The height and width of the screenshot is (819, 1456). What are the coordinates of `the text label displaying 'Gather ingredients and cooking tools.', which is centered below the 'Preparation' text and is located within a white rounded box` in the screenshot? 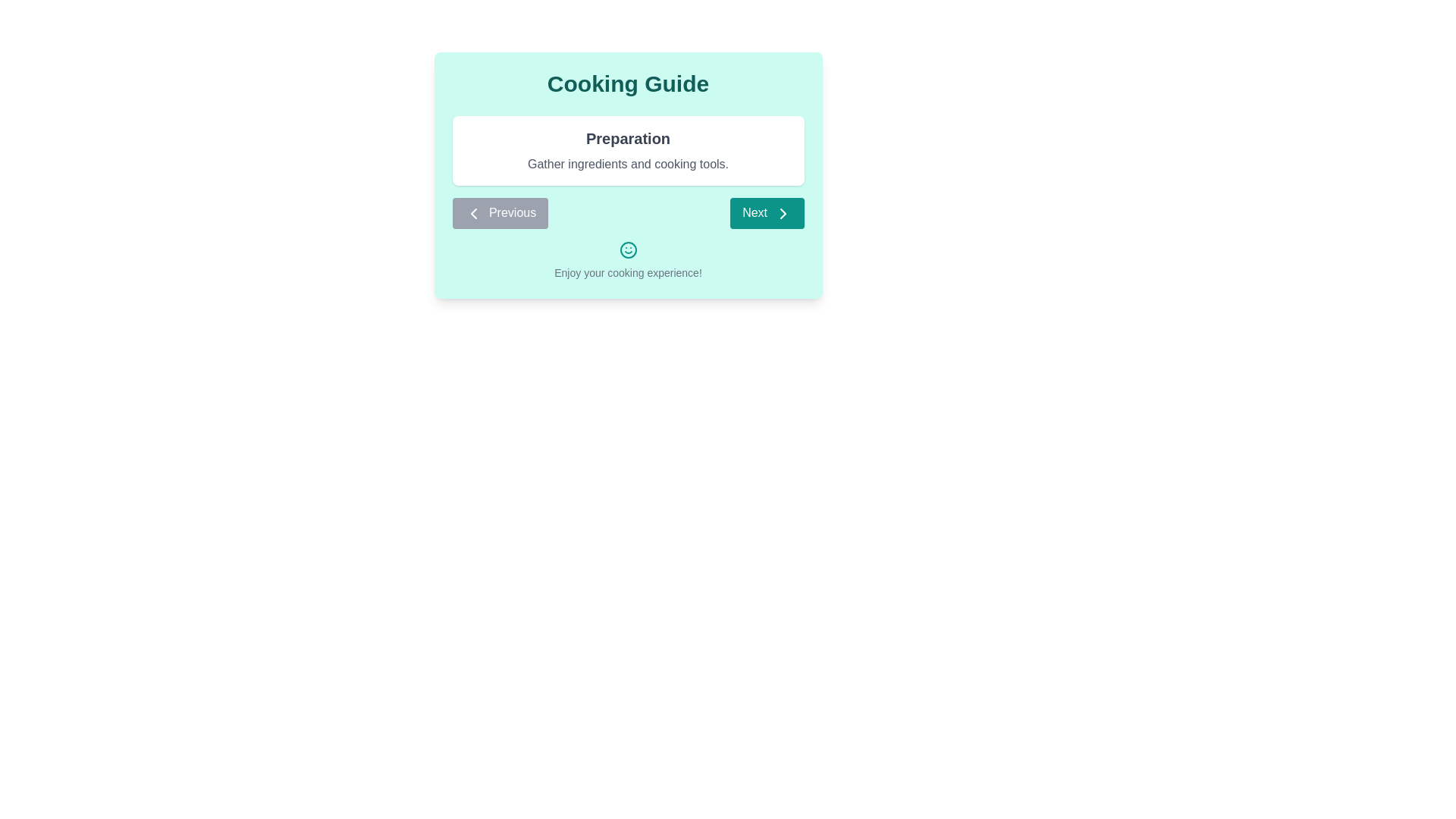 It's located at (628, 164).